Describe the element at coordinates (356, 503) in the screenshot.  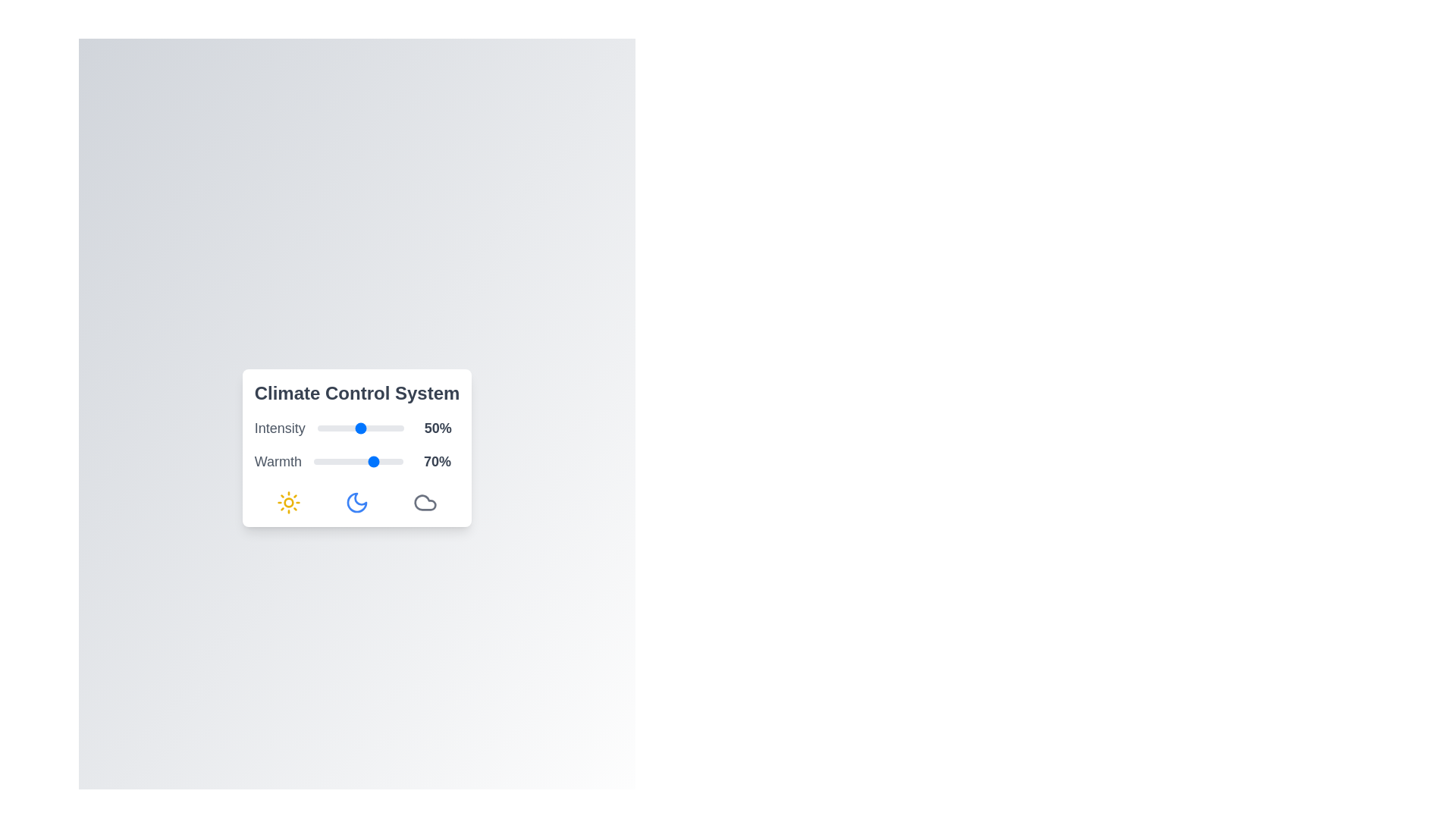
I see `the moon icon to interact with it` at that location.